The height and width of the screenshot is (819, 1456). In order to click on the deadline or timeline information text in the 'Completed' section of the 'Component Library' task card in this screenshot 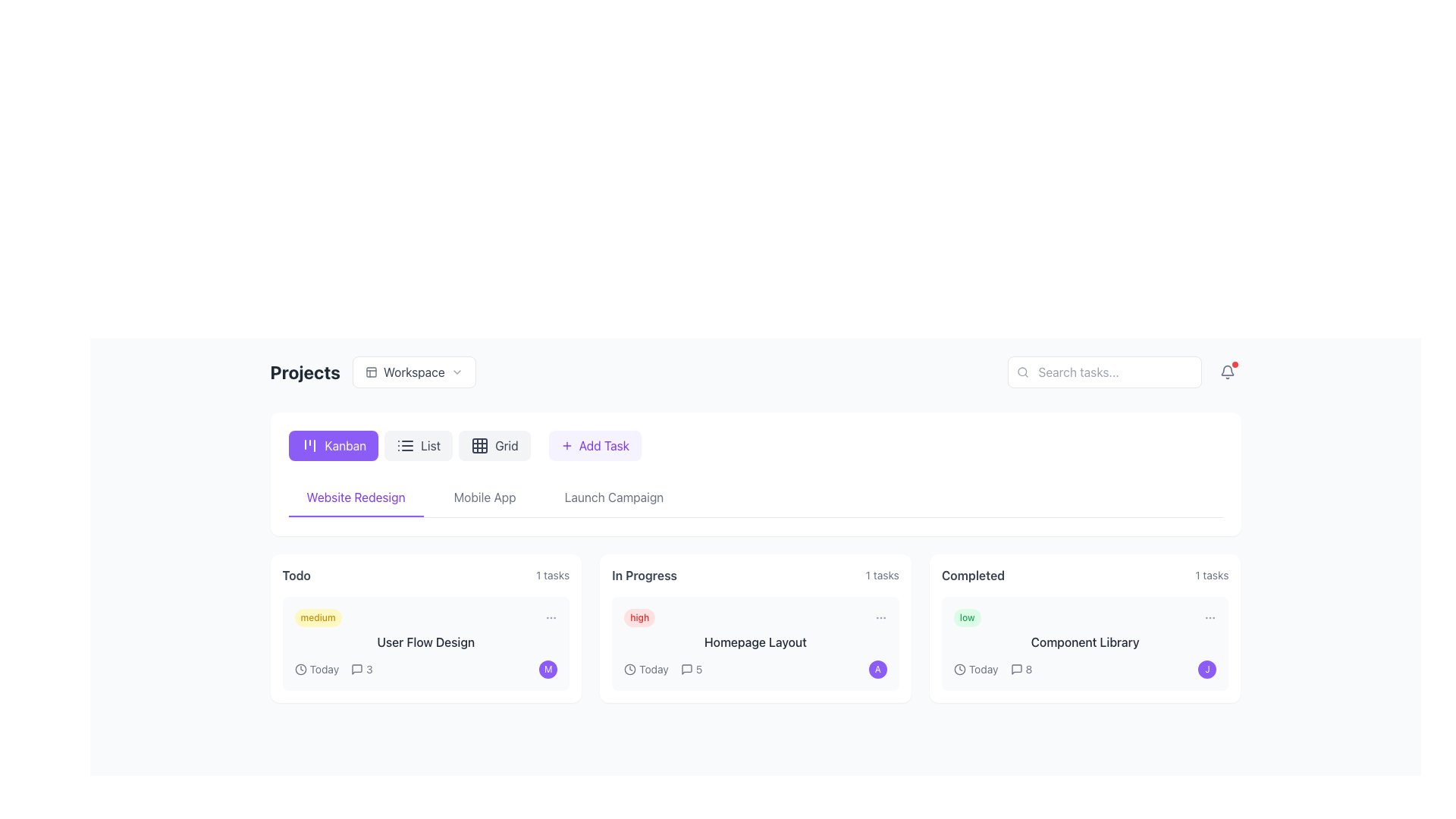, I will do `click(976, 669)`.